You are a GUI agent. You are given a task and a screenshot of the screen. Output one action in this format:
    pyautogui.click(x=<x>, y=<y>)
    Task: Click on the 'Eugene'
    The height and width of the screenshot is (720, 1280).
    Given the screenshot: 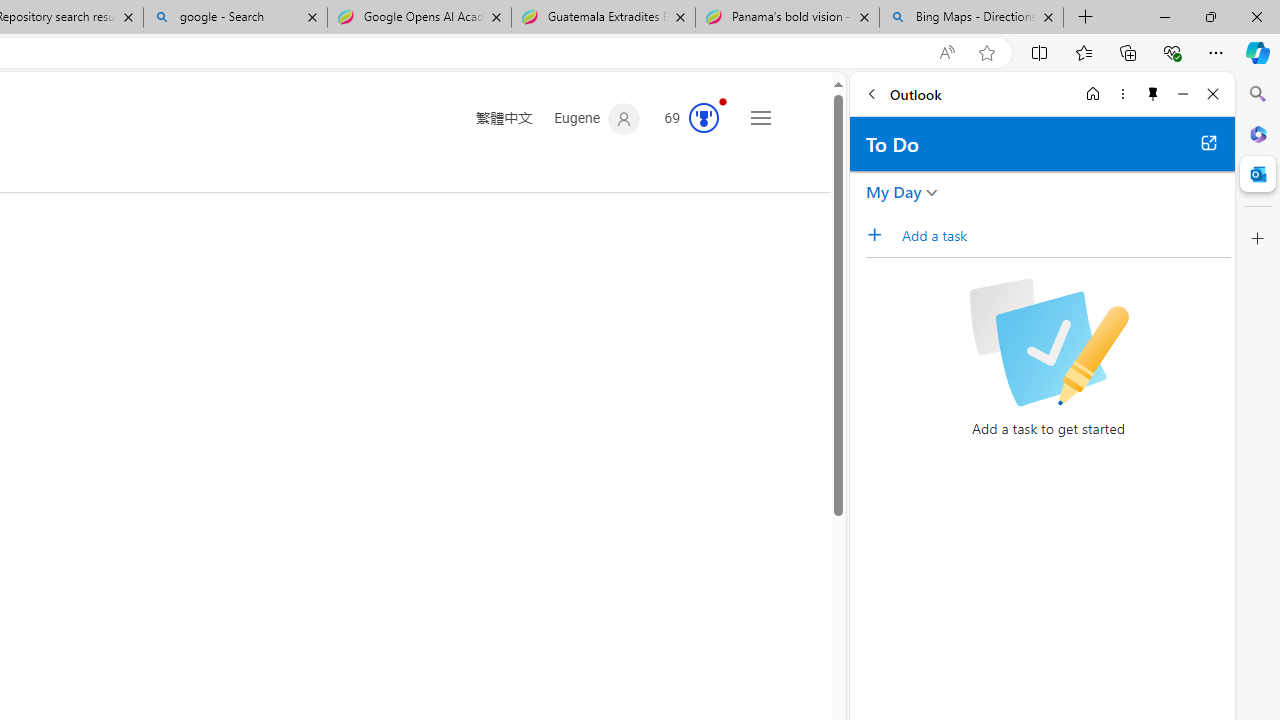 What is the action you would take?
    pyautogui.click(x=596, y=119)
    